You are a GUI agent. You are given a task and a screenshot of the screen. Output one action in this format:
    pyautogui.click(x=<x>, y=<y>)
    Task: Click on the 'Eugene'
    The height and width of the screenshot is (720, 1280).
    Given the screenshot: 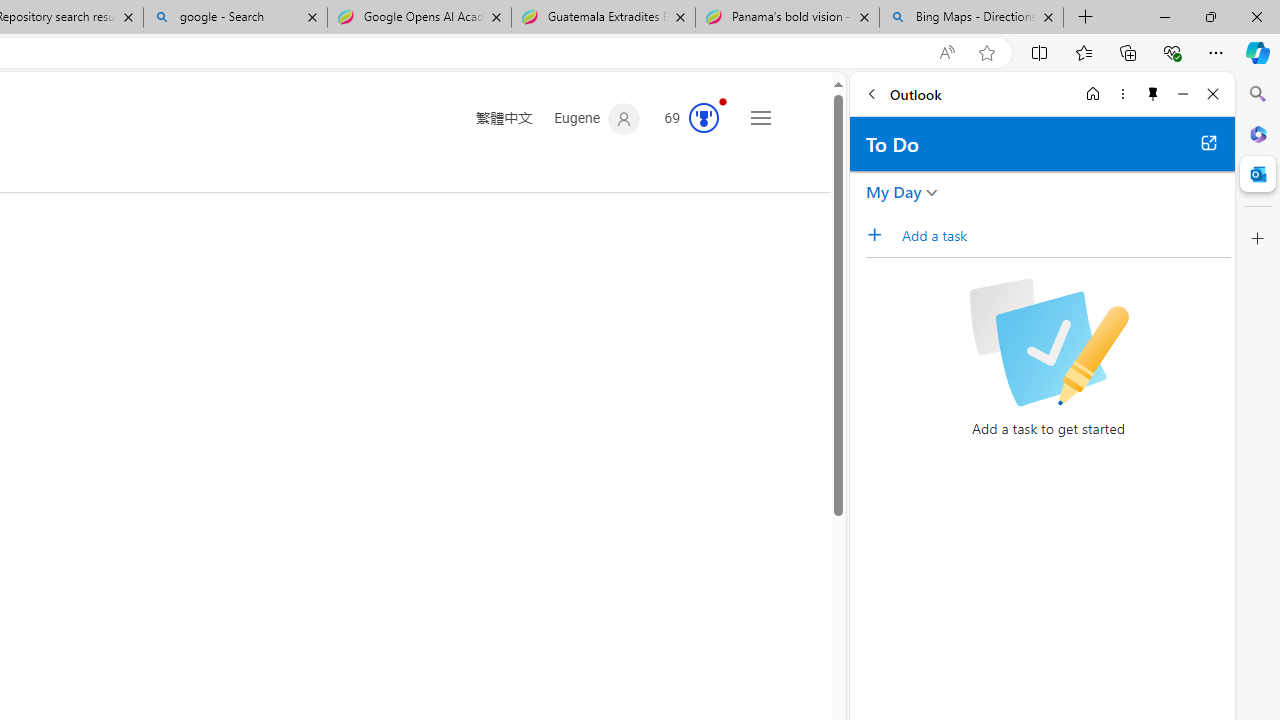 What is the action you would take?
    pyautogui.click(x=596, y=119)
    